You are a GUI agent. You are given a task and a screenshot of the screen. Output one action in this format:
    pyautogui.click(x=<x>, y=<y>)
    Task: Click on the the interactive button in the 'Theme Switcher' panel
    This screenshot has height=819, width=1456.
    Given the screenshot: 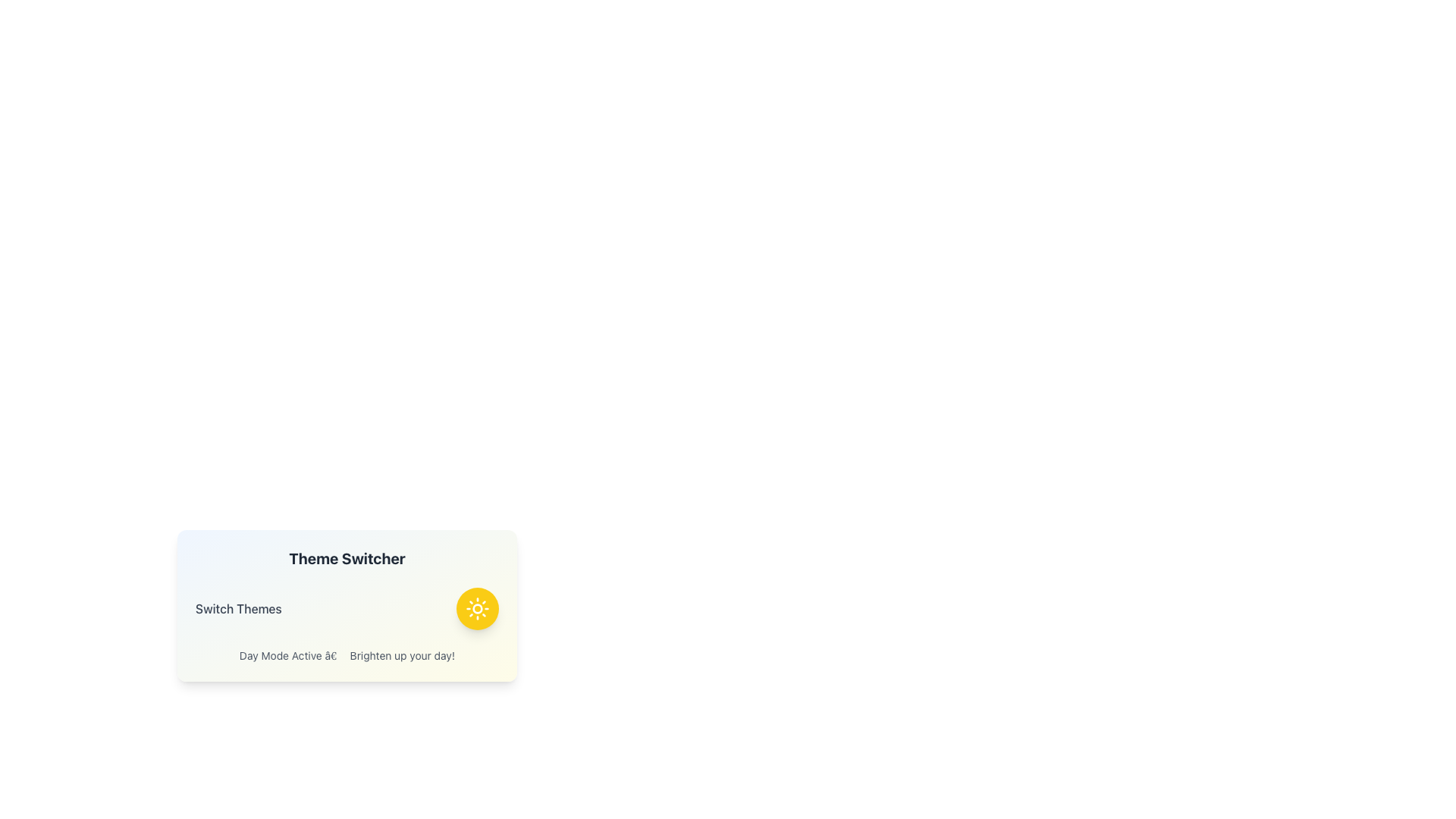 What is the action you would take?
    pyautogui.click(x=346, y=607)
    